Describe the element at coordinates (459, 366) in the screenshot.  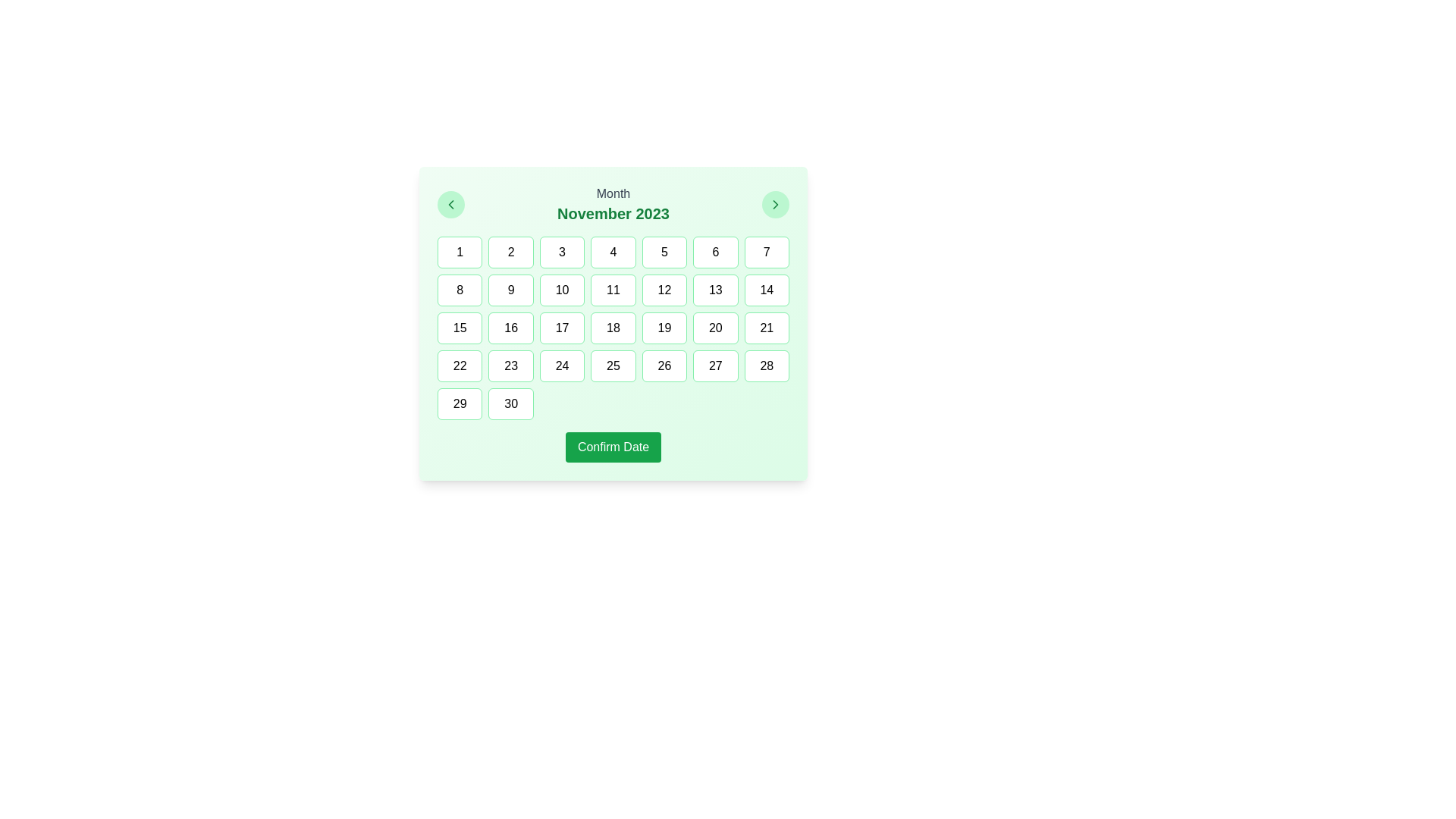
I see `the small rectangular button with a white background and green border, containing the number '22' in black font` at that location.